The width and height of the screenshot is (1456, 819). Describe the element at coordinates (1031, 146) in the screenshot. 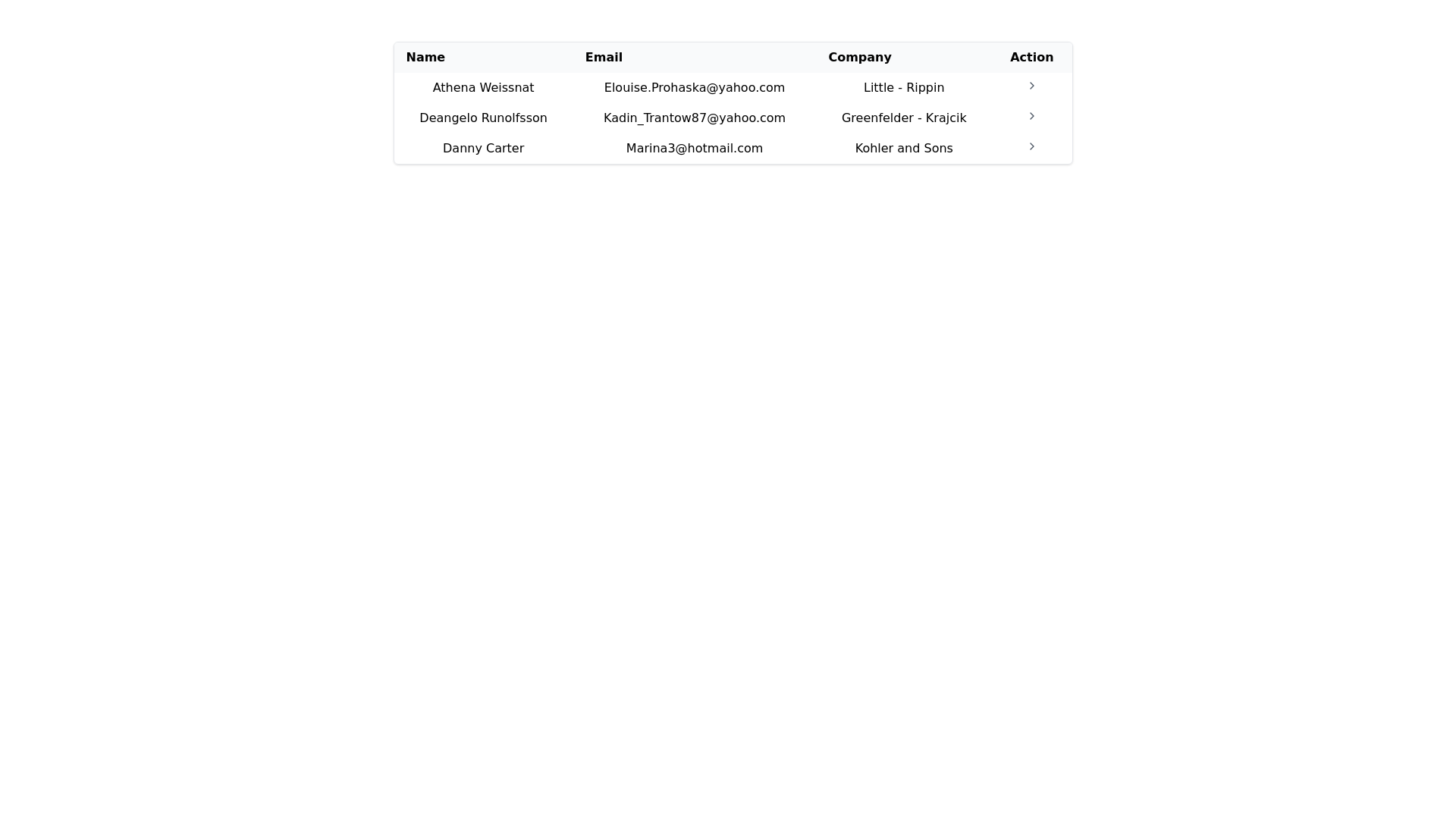

I see `the interactive chevron icon located in the second row of the Action column of the table for keyboard navigation` at that location.